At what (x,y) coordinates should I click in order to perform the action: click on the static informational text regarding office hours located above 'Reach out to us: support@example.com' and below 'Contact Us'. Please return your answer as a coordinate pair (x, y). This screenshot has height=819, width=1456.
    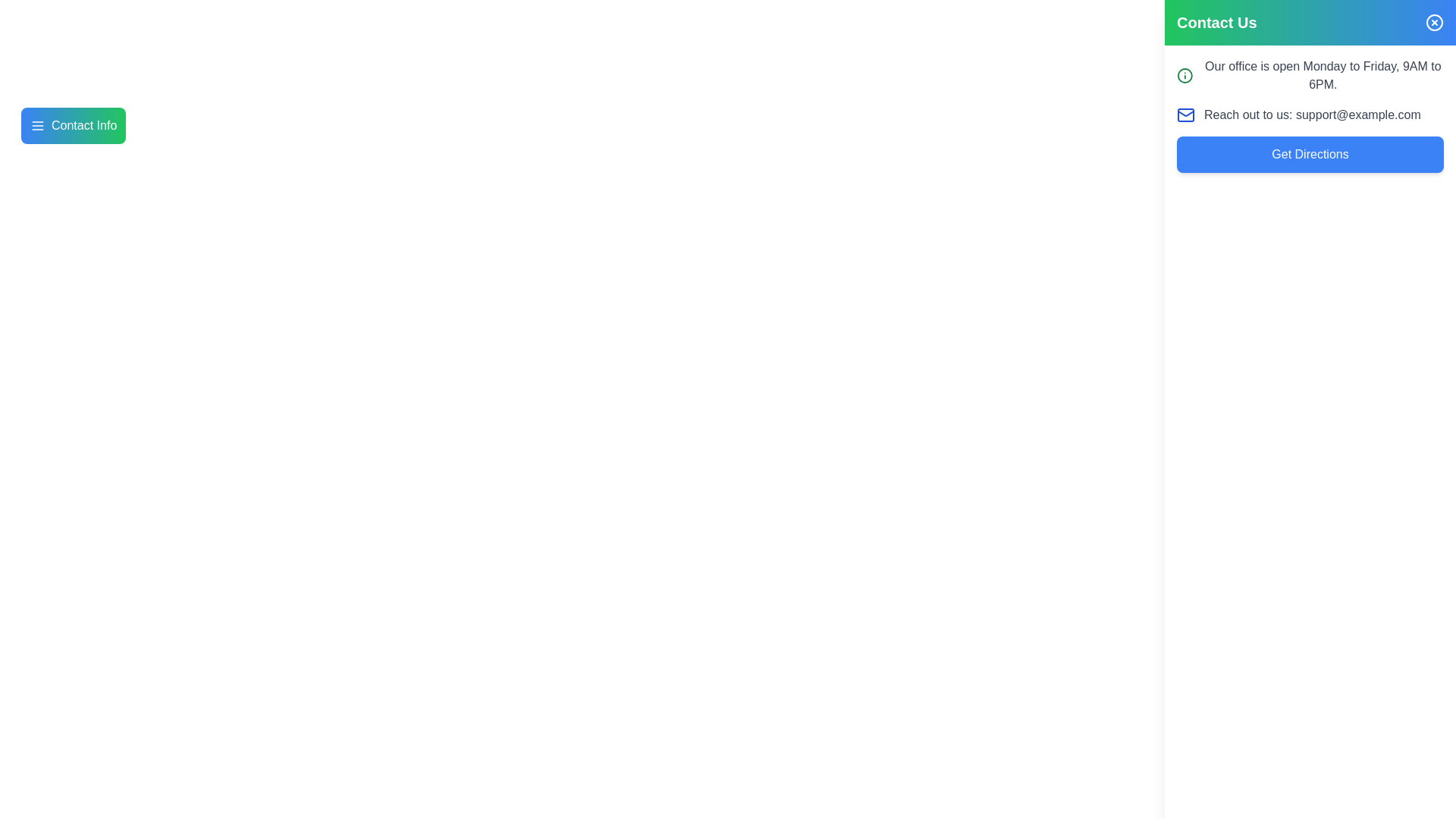
    Looking at the image, I should click on (1310, 76).